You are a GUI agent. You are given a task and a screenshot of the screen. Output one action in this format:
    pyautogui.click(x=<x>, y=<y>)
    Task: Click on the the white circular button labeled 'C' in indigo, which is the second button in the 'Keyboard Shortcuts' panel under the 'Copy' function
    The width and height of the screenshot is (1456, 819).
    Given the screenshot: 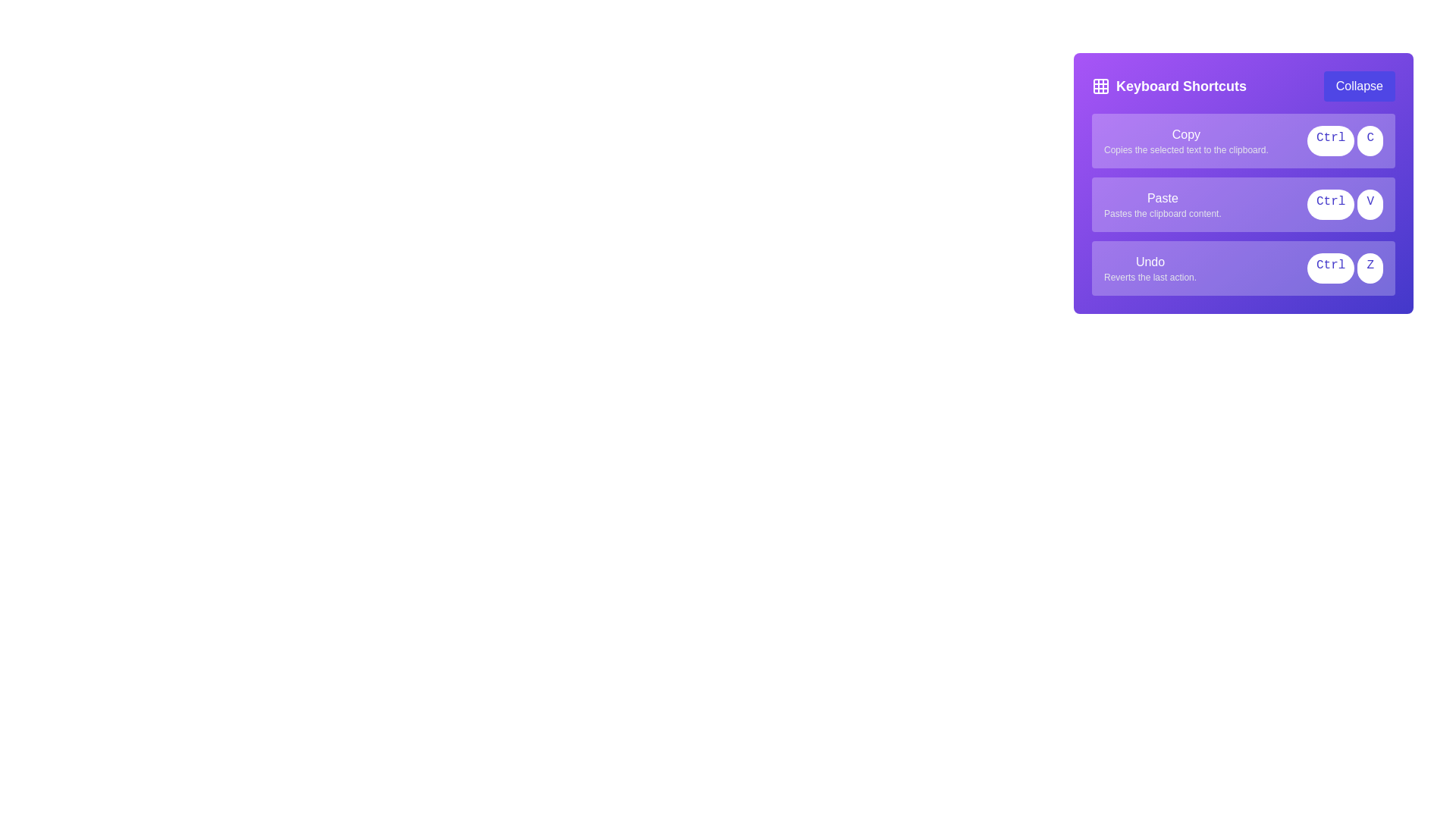 What is the action you would take?
    pyautogui.click(x=1370, y=140)
    